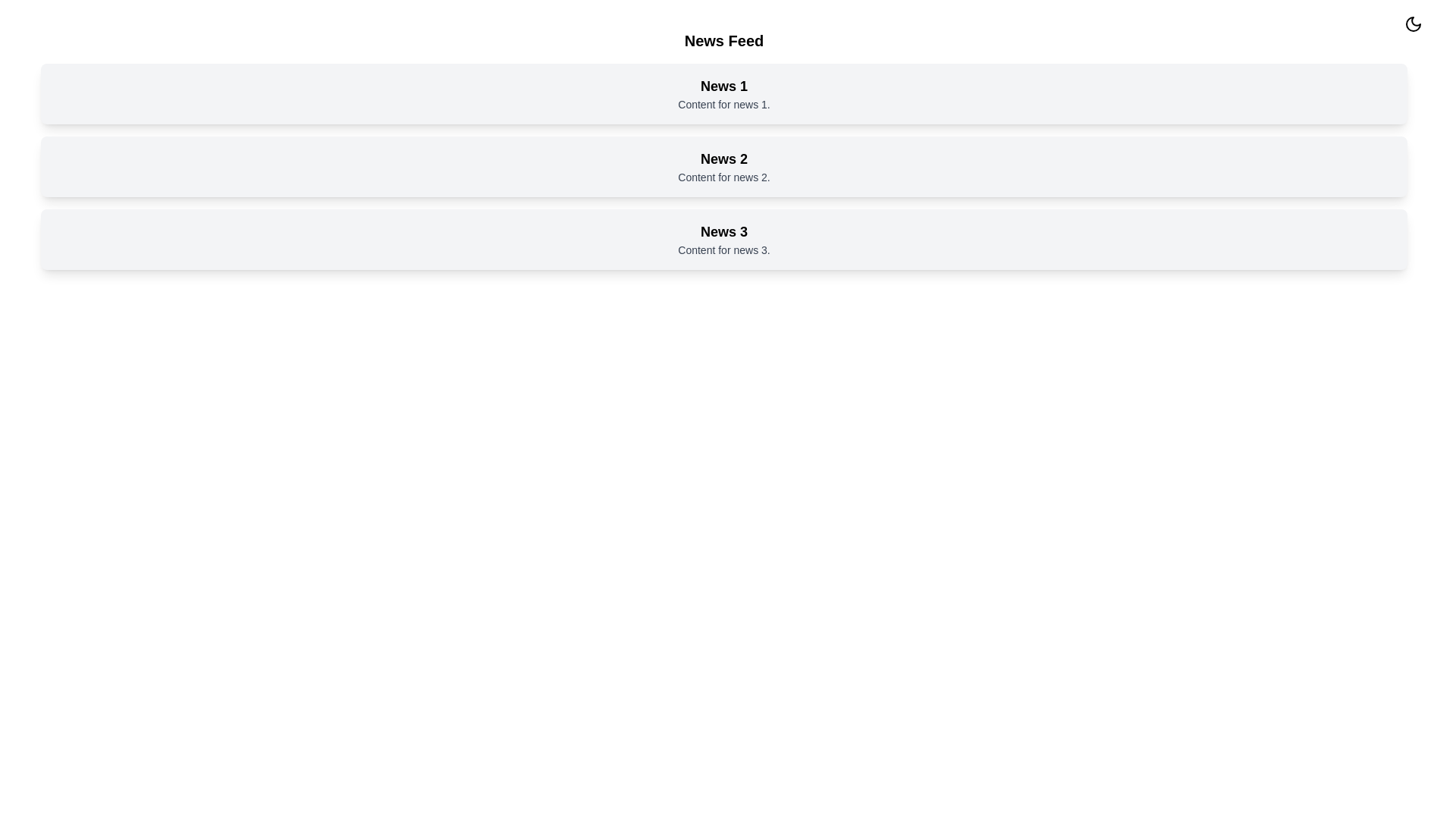  Describe the element at coordinates (723, 158) in the screenshot. I see `the Text Label that serves as the title for the second news item in the feed, located above the content for news 2, between the titles 'News 1' and 'News 3'` at that location.